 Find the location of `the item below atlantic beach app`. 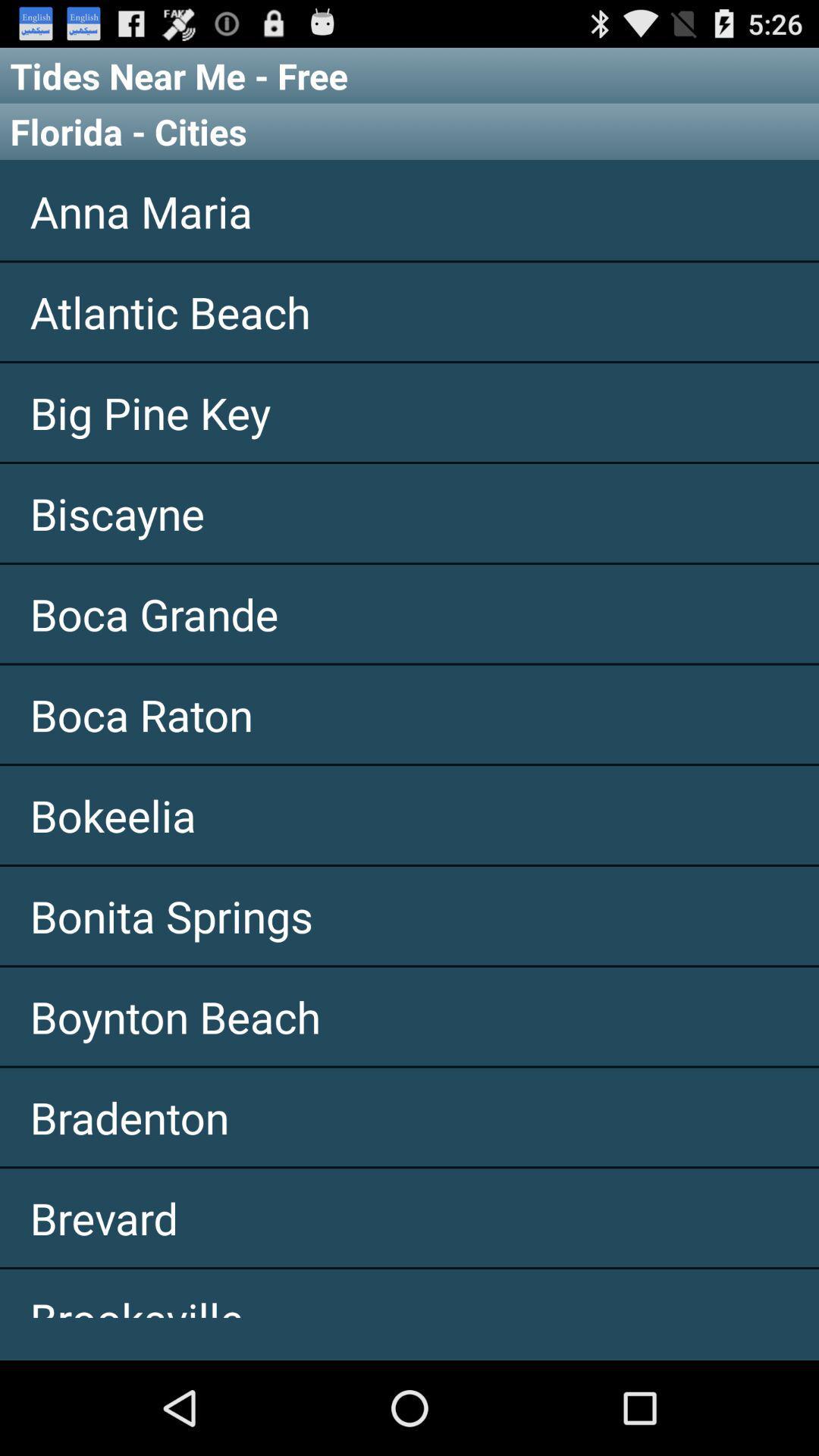

the item below atlantic beach app is located at coordinates (409, 413).